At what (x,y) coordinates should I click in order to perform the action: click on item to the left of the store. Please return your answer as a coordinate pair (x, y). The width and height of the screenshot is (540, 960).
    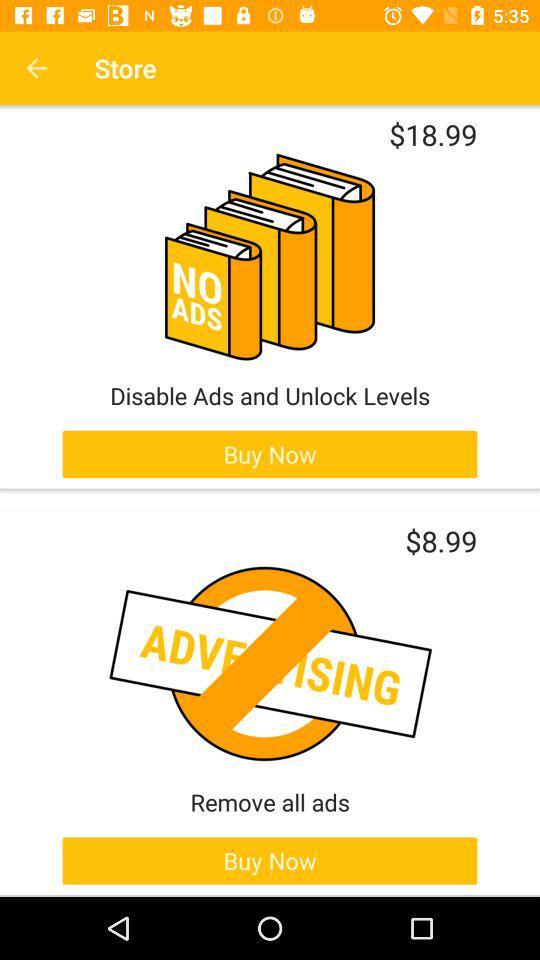
    Looking at the image, I should click on (36, 68).